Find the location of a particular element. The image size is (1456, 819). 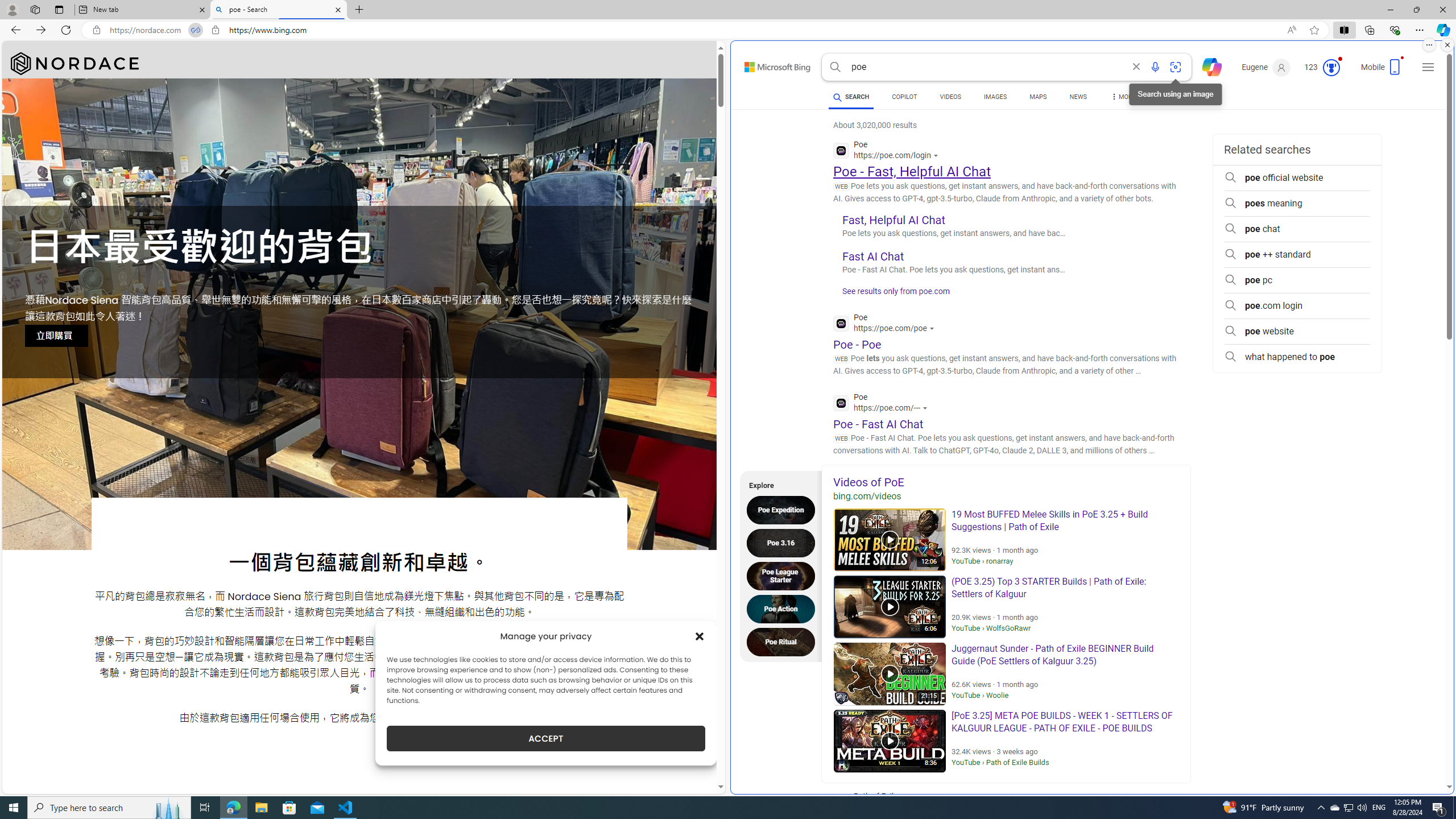

'TOOLS' is located at coordinates (1170, 96).